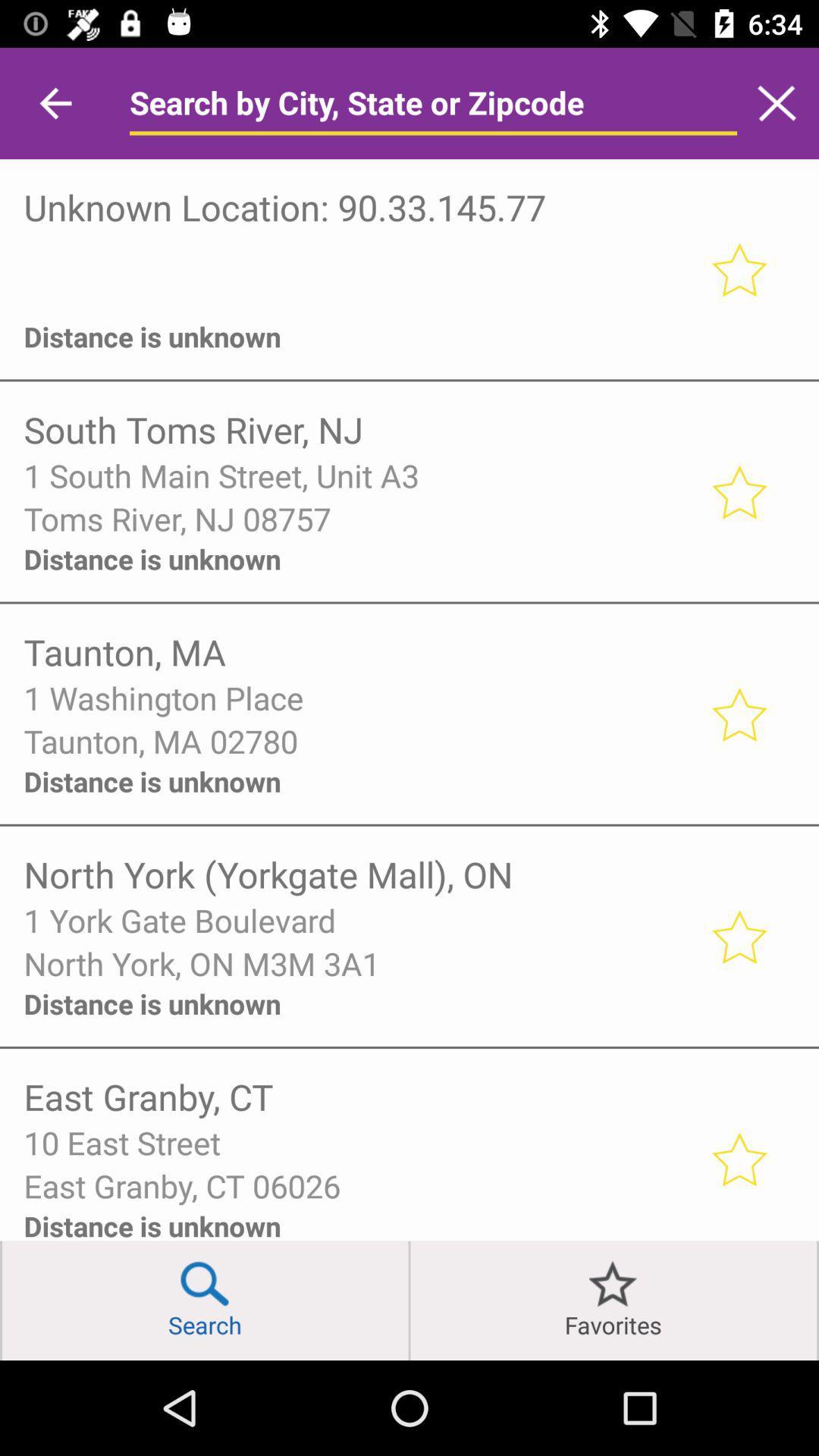 This screenshot has width=819, height=1456. What do you see at coordinates (356, 1142) in the screenshot?
I see `icon above the east granby ct item` at bounding box center [356, 1142].